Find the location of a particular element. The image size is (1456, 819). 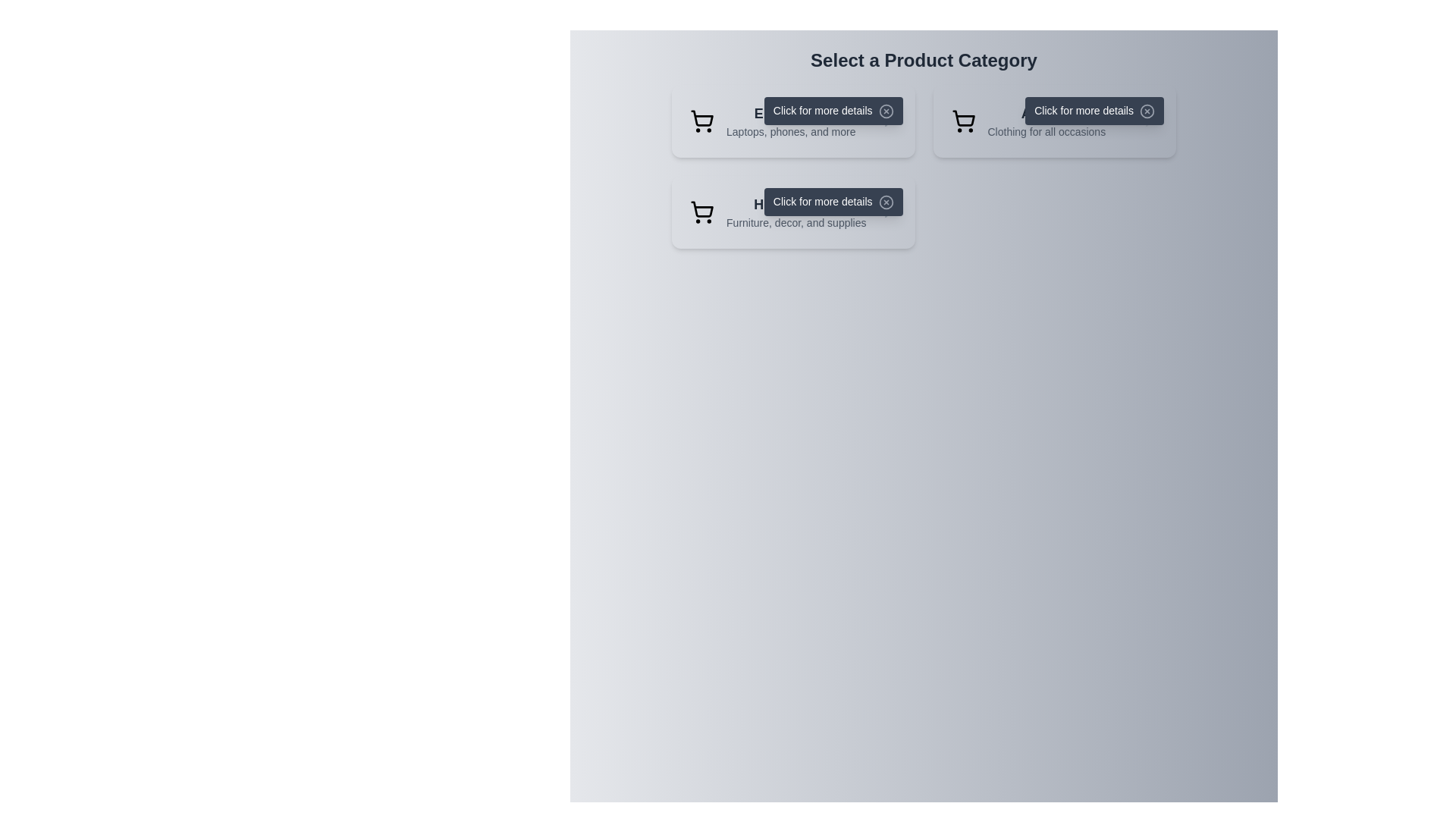

the 'Home Goods' product category card to view its information, which is displayed in a tooltip when hovered over is located at coordinates (792, 212).